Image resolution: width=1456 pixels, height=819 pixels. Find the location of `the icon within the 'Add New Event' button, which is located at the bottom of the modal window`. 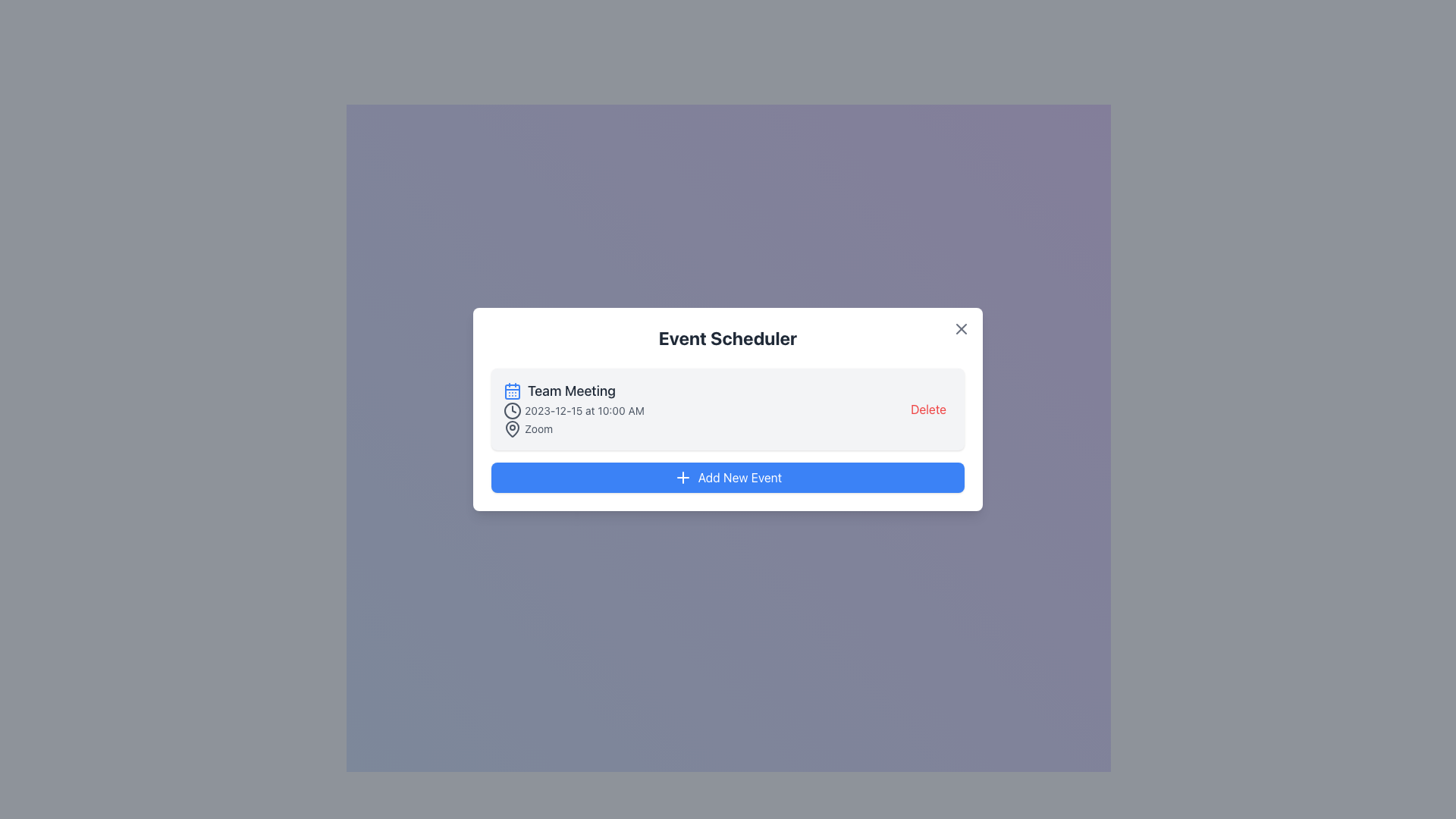

the icon within the 'Add New Event' button, which is located at the bottom of the modal window is located at coordinates (682, 476).